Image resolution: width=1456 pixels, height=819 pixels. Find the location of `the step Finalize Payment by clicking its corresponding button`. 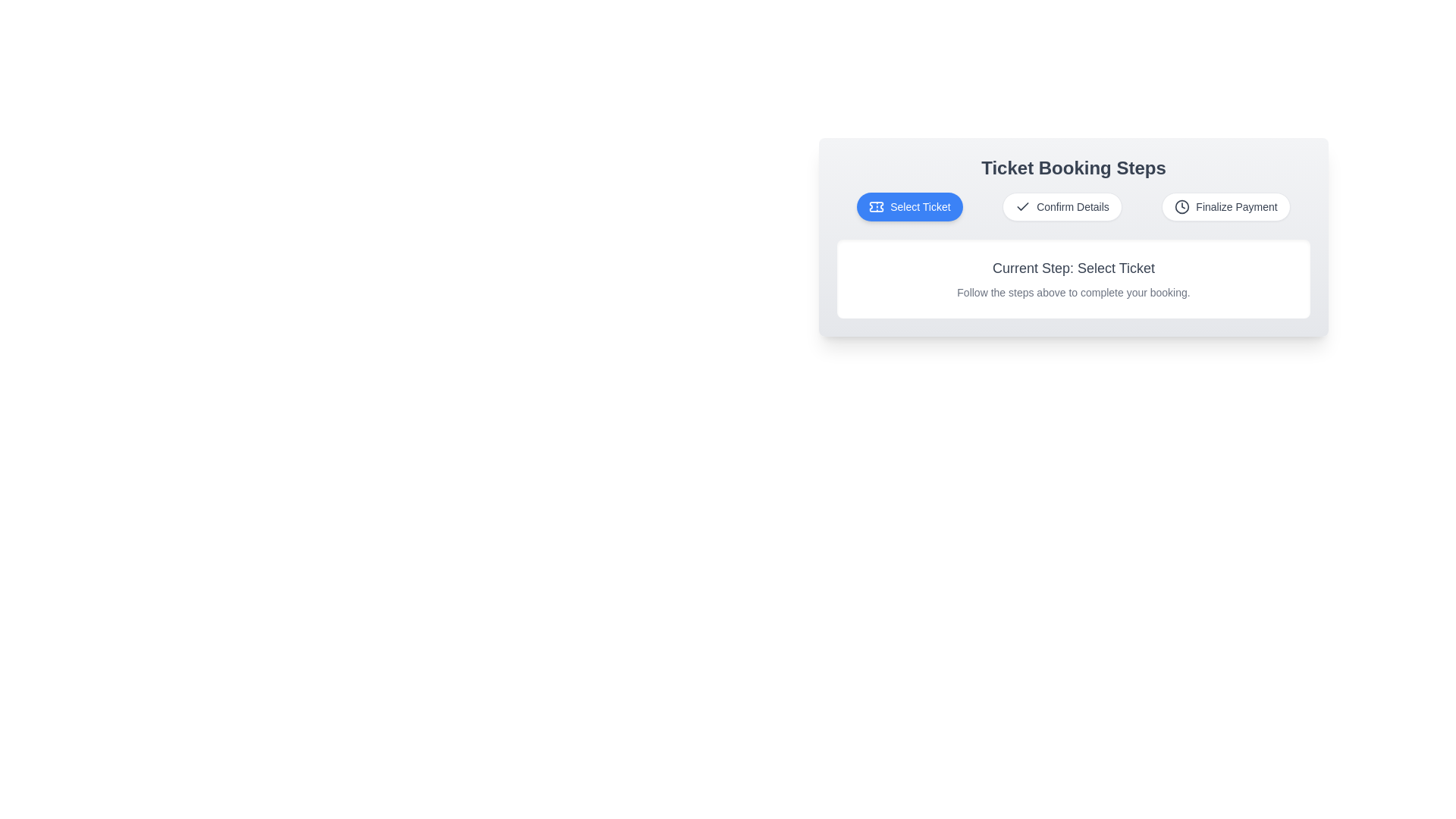

the step Finalize Payment by clicking its corresponding button is located at coordinates (1226, 207).